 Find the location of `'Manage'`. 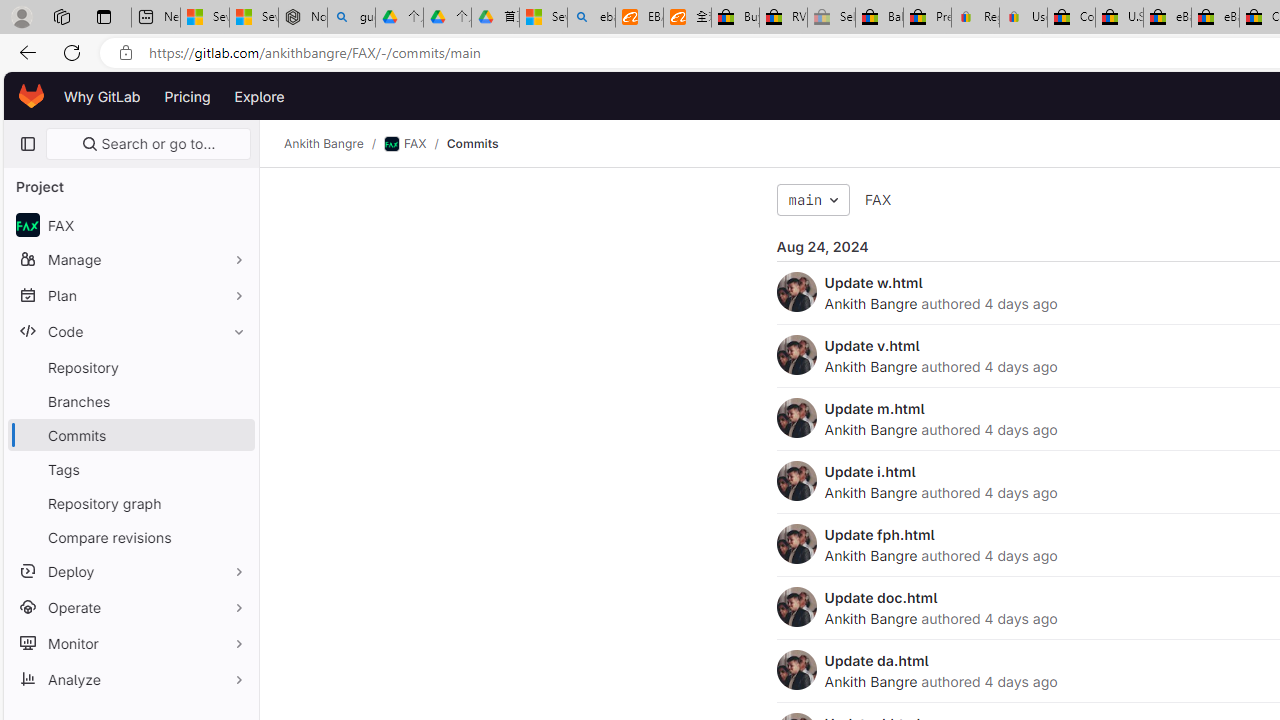

'Manage' is located at coordinates (130, 258).